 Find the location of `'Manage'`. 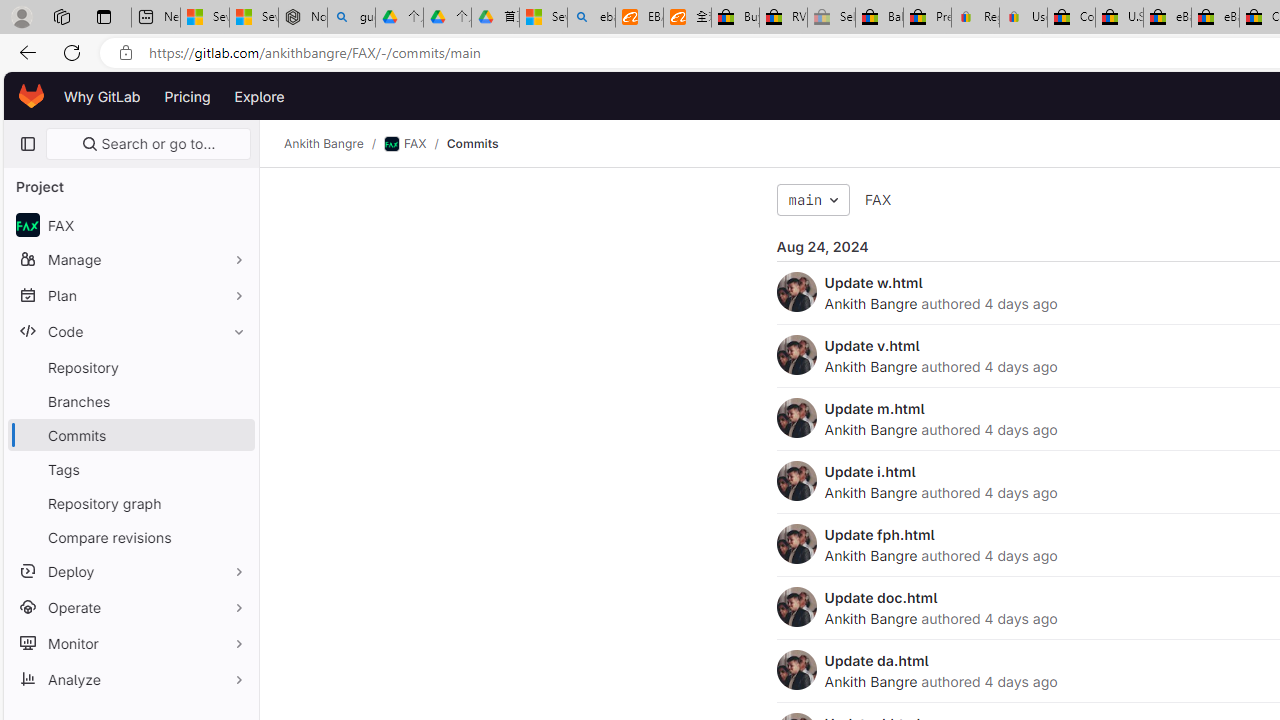

'Manage' is located at coordinates (130, 258).